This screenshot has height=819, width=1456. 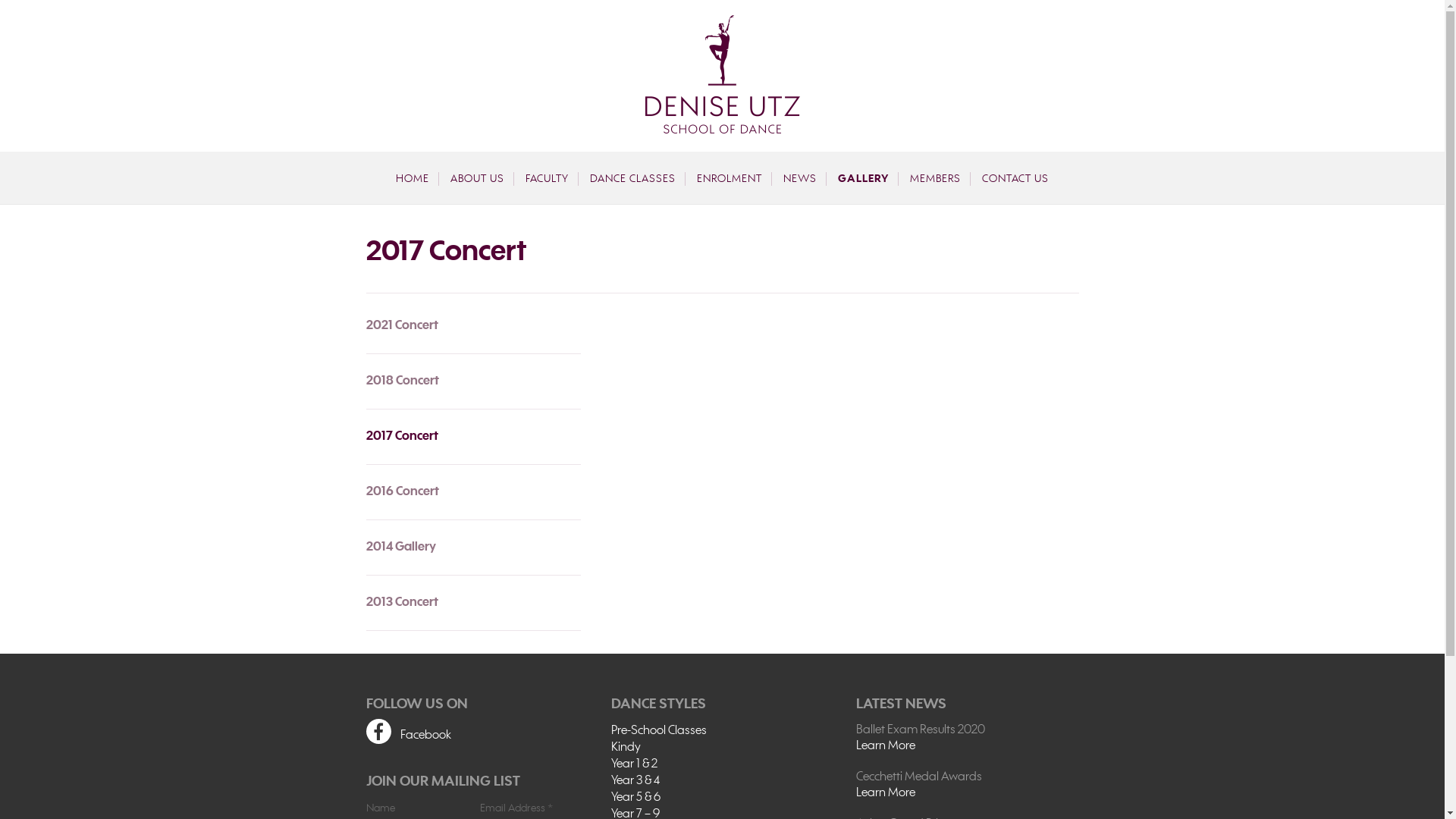 What do you see at coordinates (472, 330) in the screenshot?
I see `'2021 Concert'` at bounding box center [472, 330].